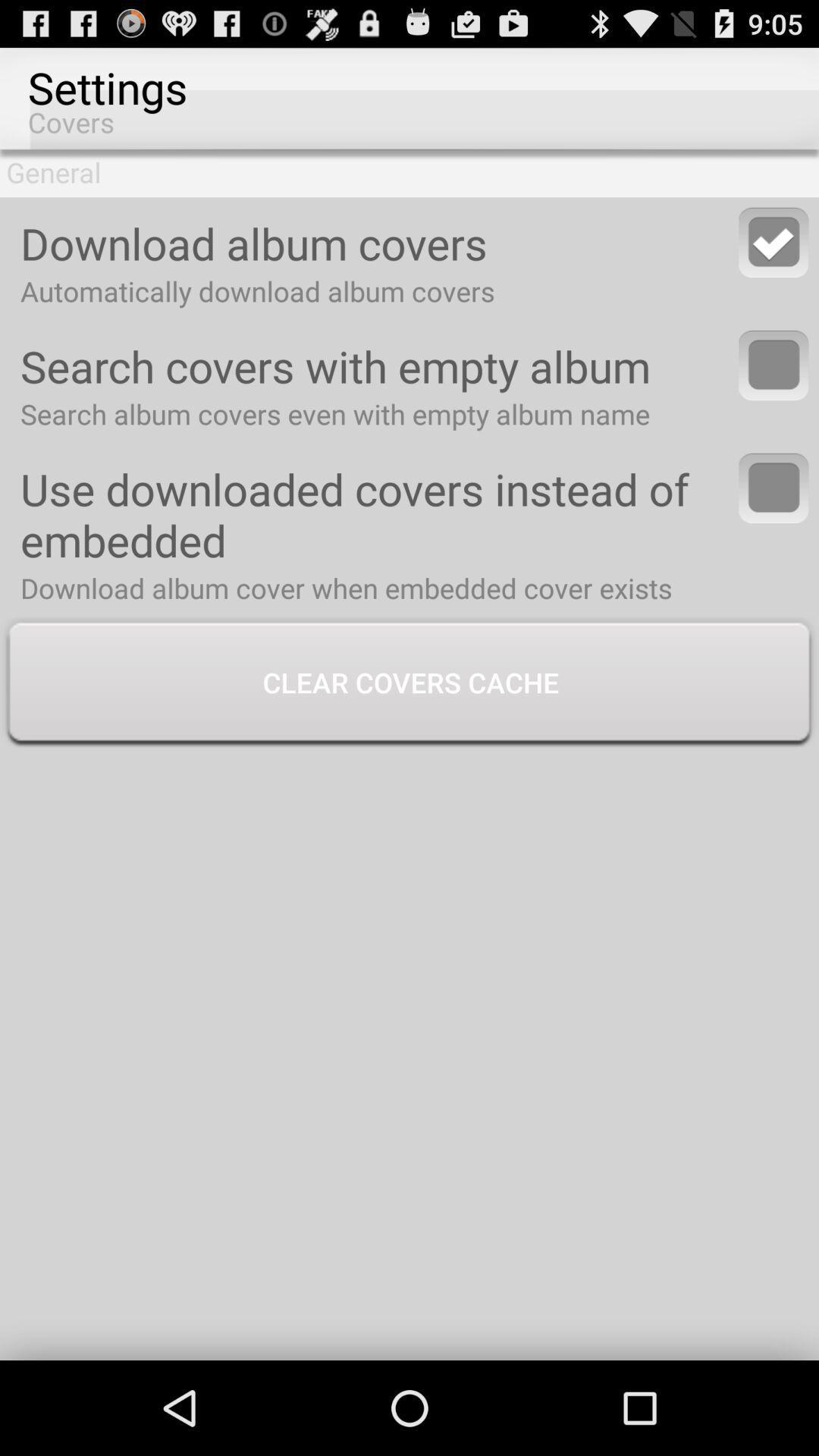 Image resolution: width=819 pixels, height=1456 pixels. I want to click on the clear covers cache button, so click(409, 683).